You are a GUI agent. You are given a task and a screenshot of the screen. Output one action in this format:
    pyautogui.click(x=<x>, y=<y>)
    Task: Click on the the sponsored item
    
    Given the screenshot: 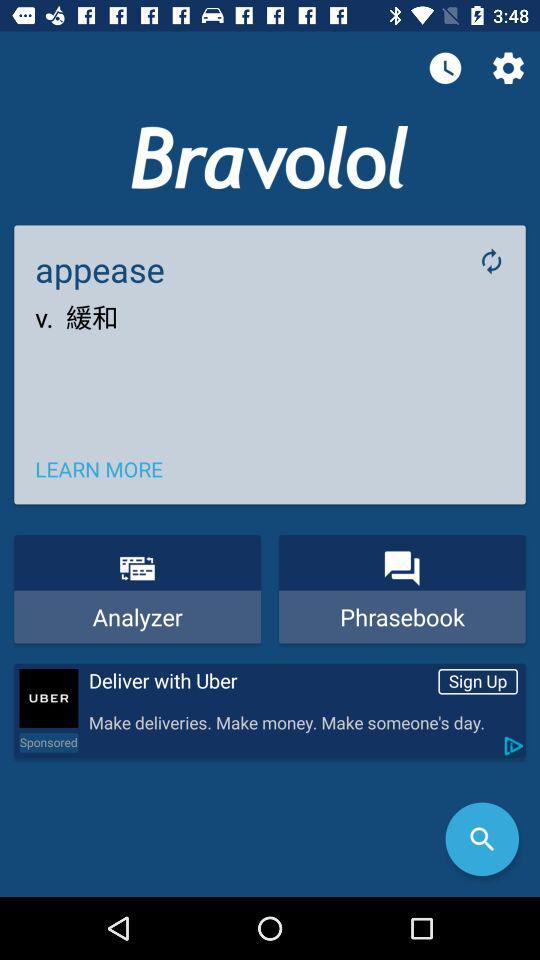 What is the action you would take?
    pyautogui.click(x=48, y=741)
    